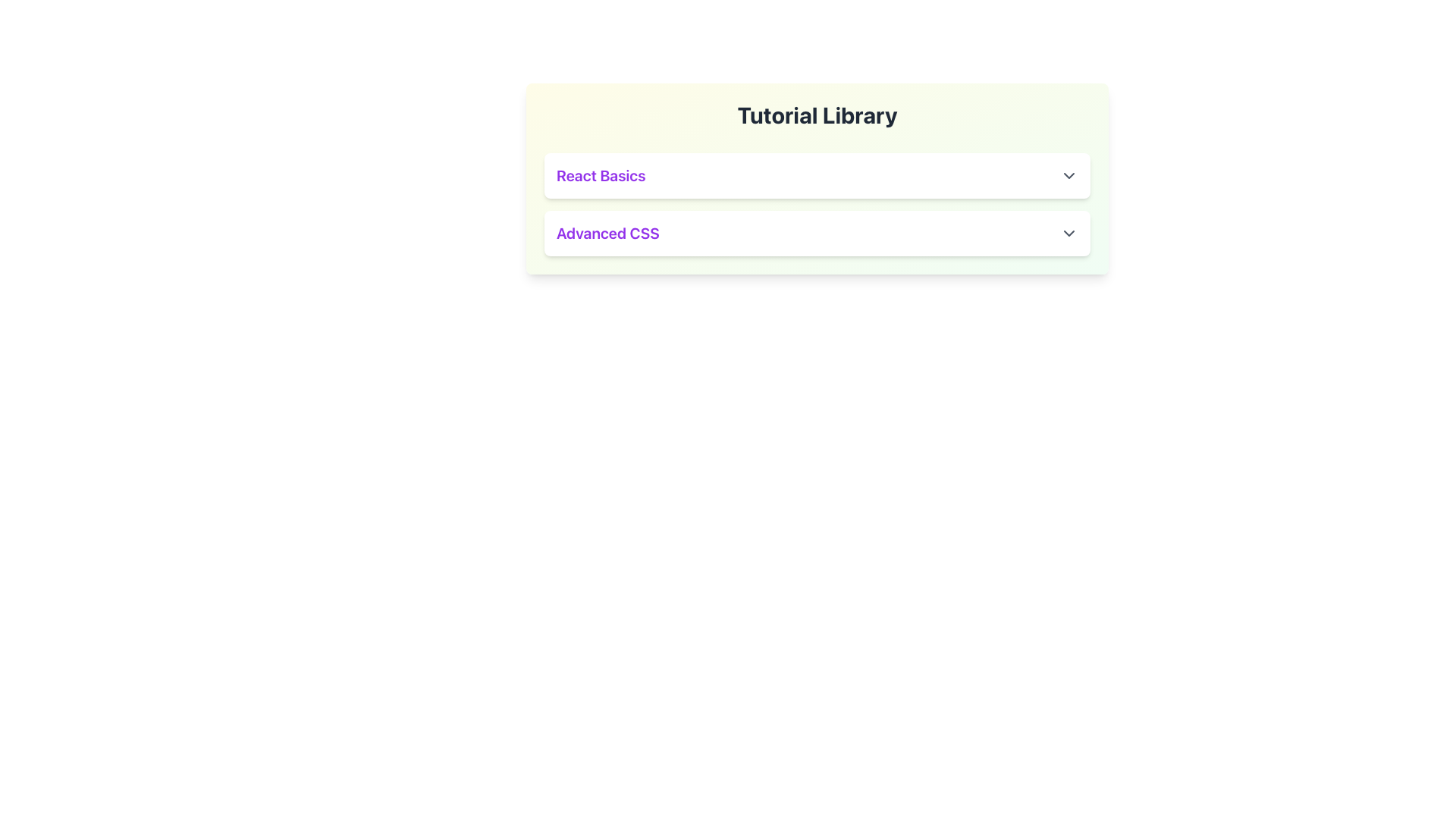 This screenshot has width=1456, height=819. What do you see at coordinates (600, 174) in the screenshot?
I see `the Text Label that serves as a title or label for a specific tutorial or section, guiding the user to identify the content` at bounding box center [600, 174].